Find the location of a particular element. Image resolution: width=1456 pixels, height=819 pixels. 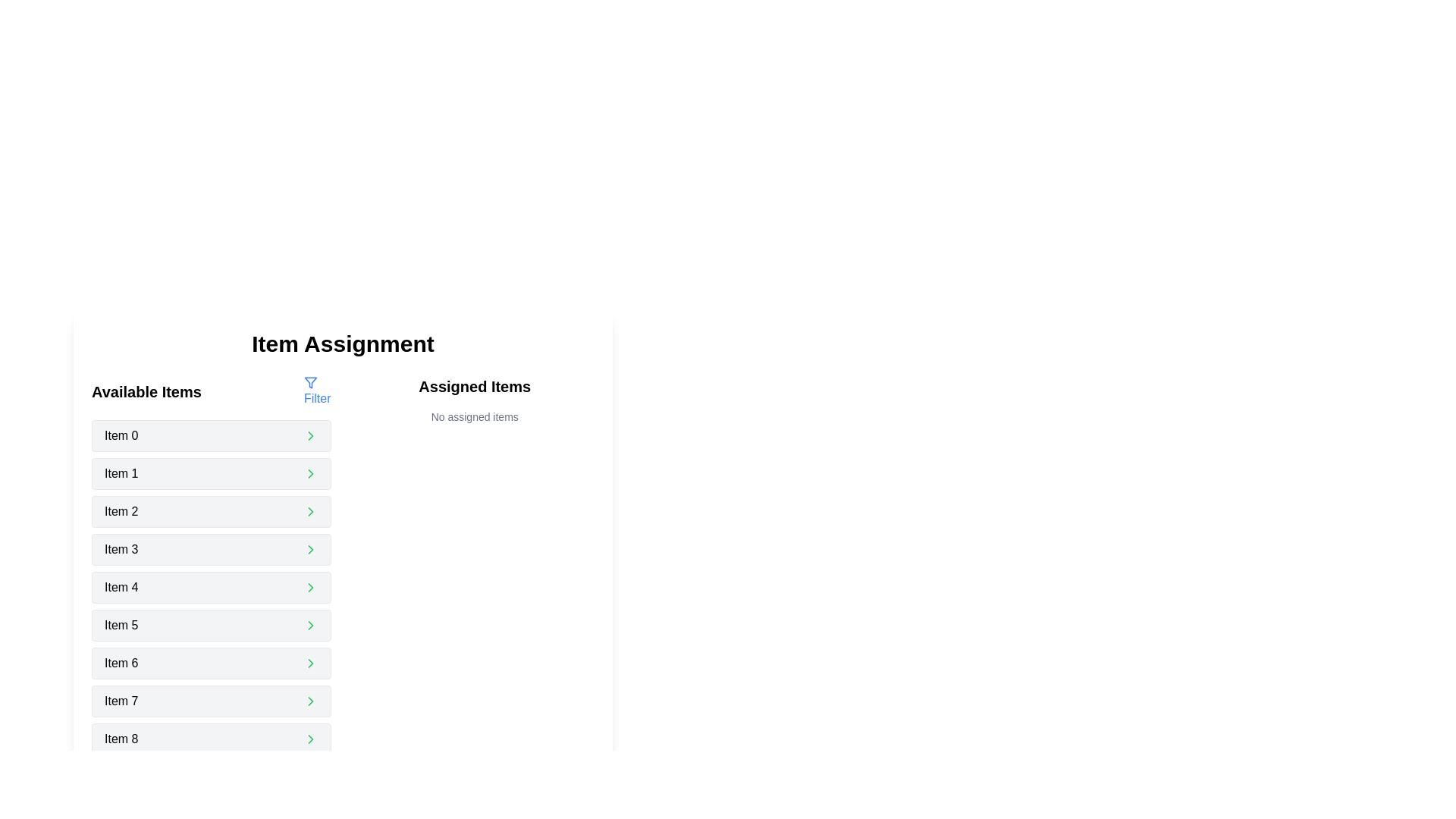

the 'Assigned Items' text label, which serves as a section title indicating the focus on assigned items, located in the center-right area of the main interface is located at coordinates (474, 391).